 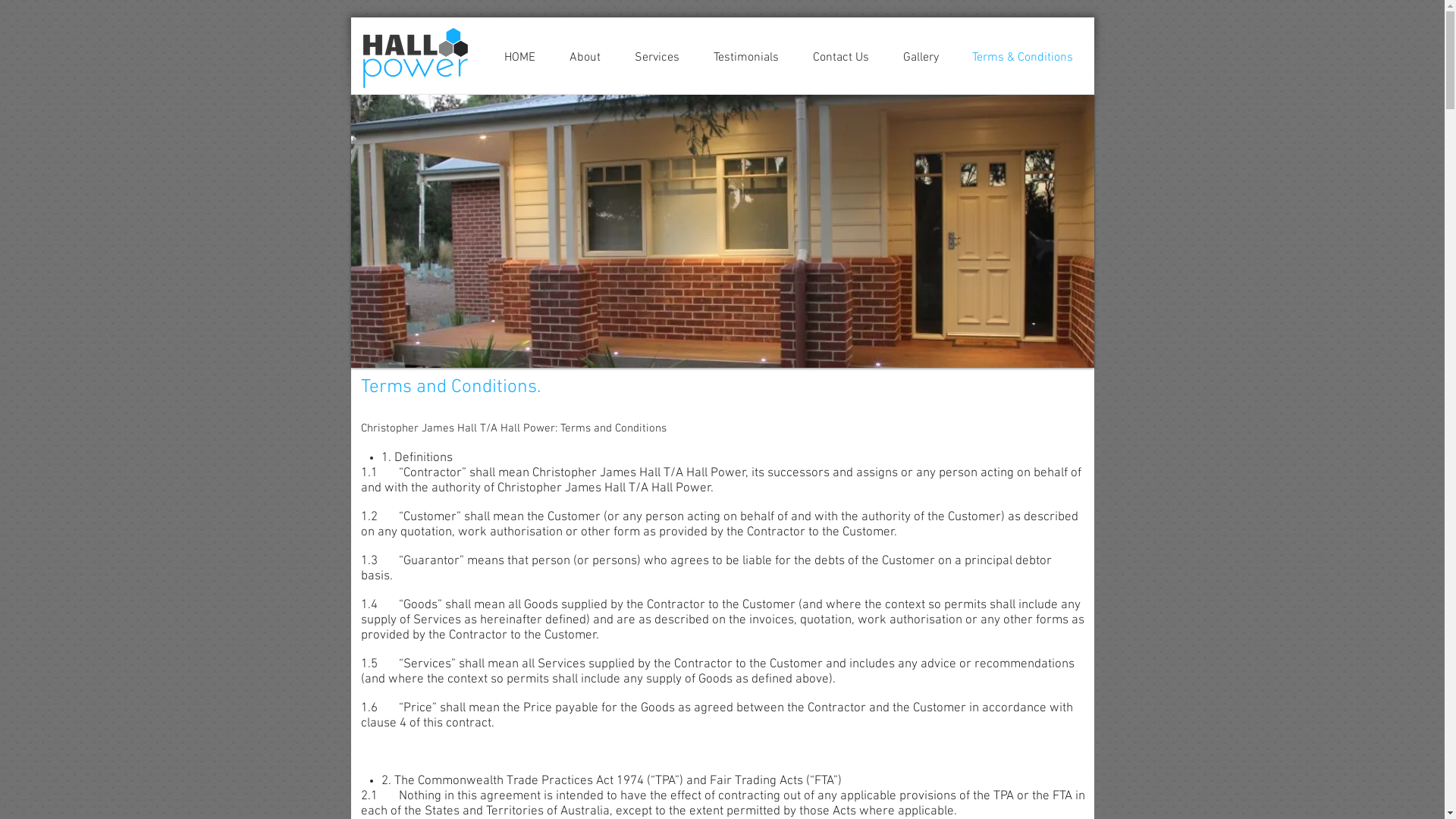 What do you see at coordinates (795, 57) in the screenshot?
I see `'Contact Us'` at bounding box center [795, 57].